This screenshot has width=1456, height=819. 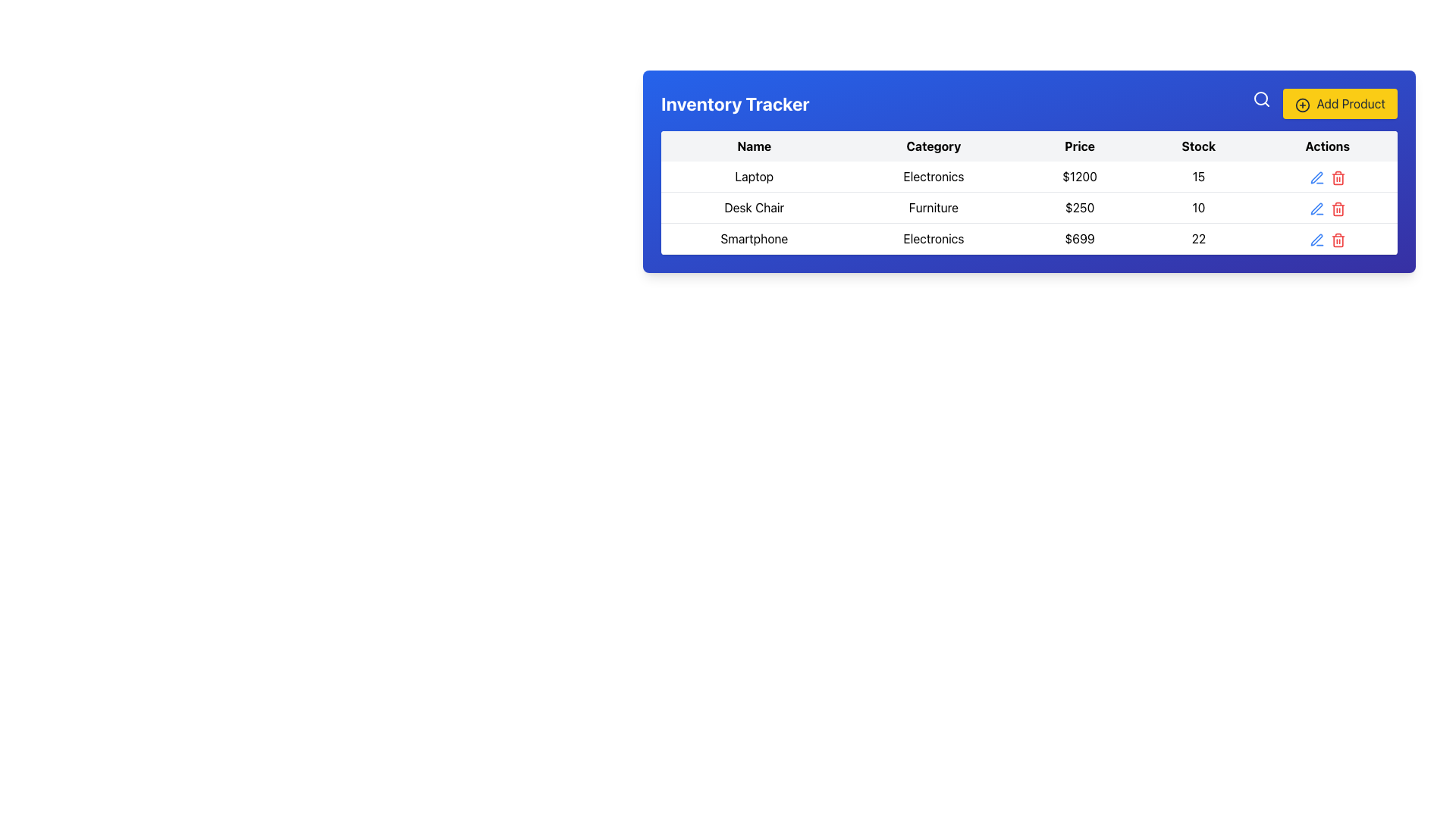 I want to click on the 'Add Product' button with a yellow background and bold text, located in the top-right area of the blue header bar, so click(x=1324, y=103).